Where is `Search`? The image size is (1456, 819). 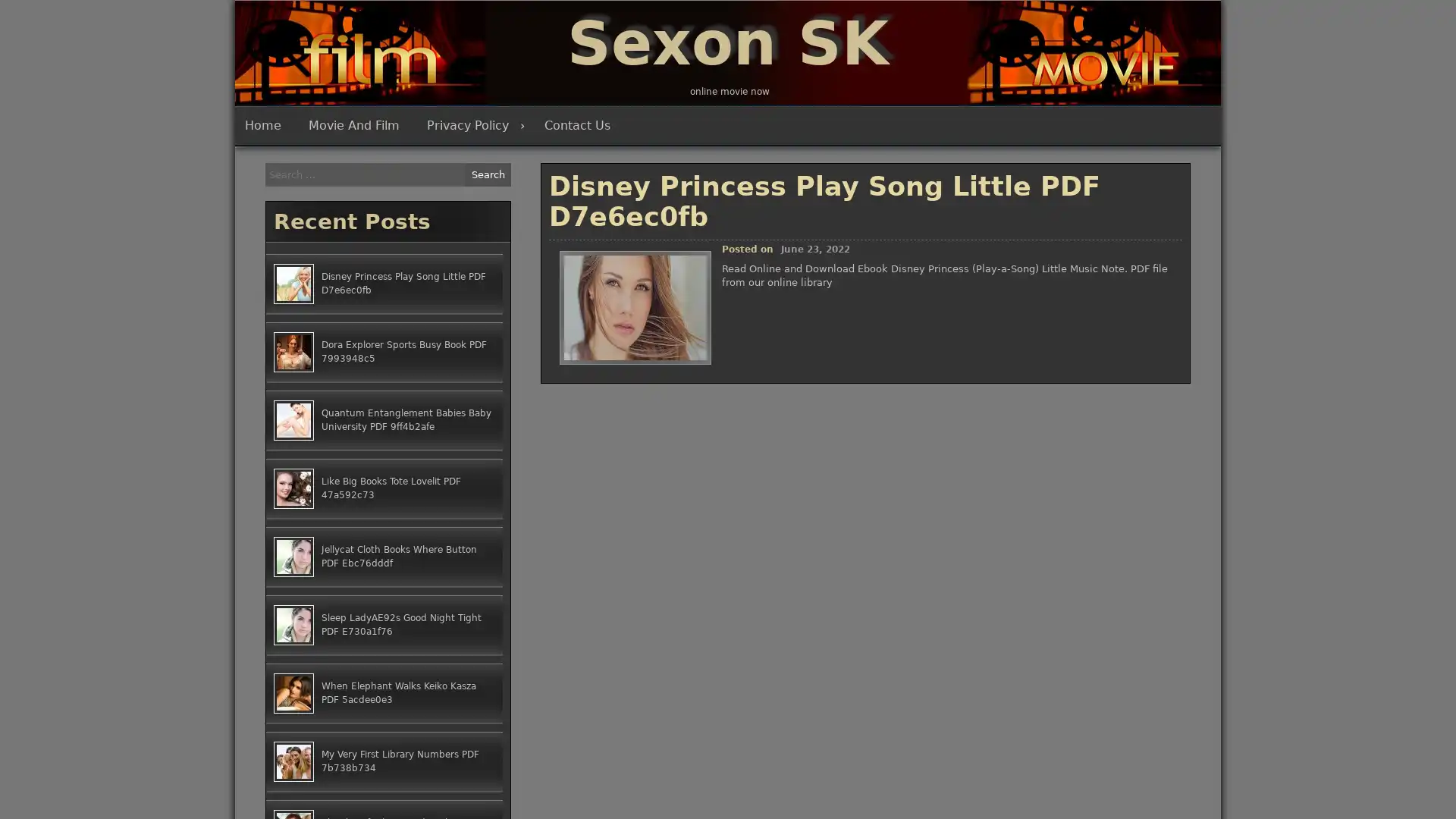
Search is located at coordinates (488, 174).